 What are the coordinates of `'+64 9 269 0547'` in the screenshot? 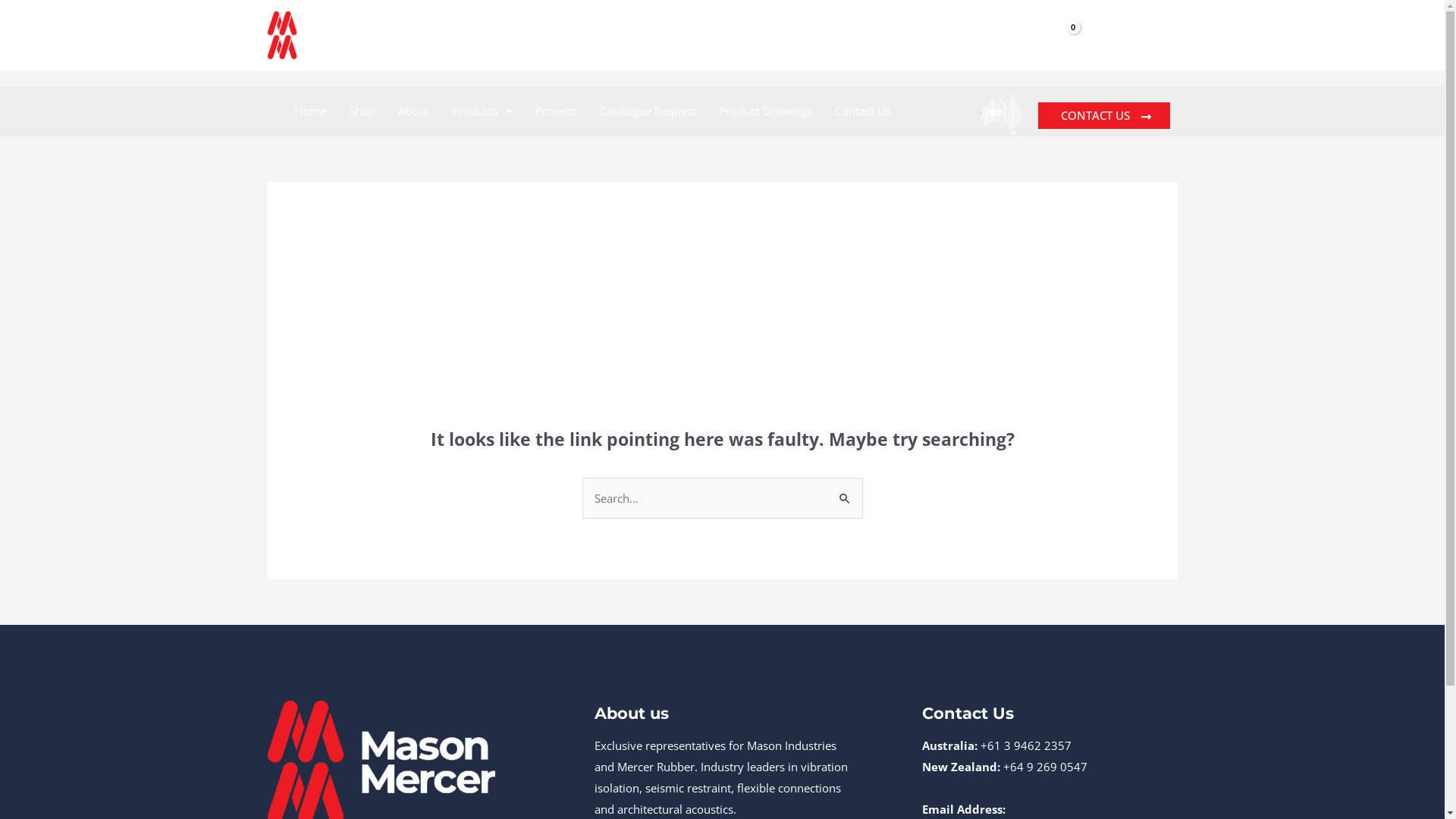 It's located at (1043, 766).